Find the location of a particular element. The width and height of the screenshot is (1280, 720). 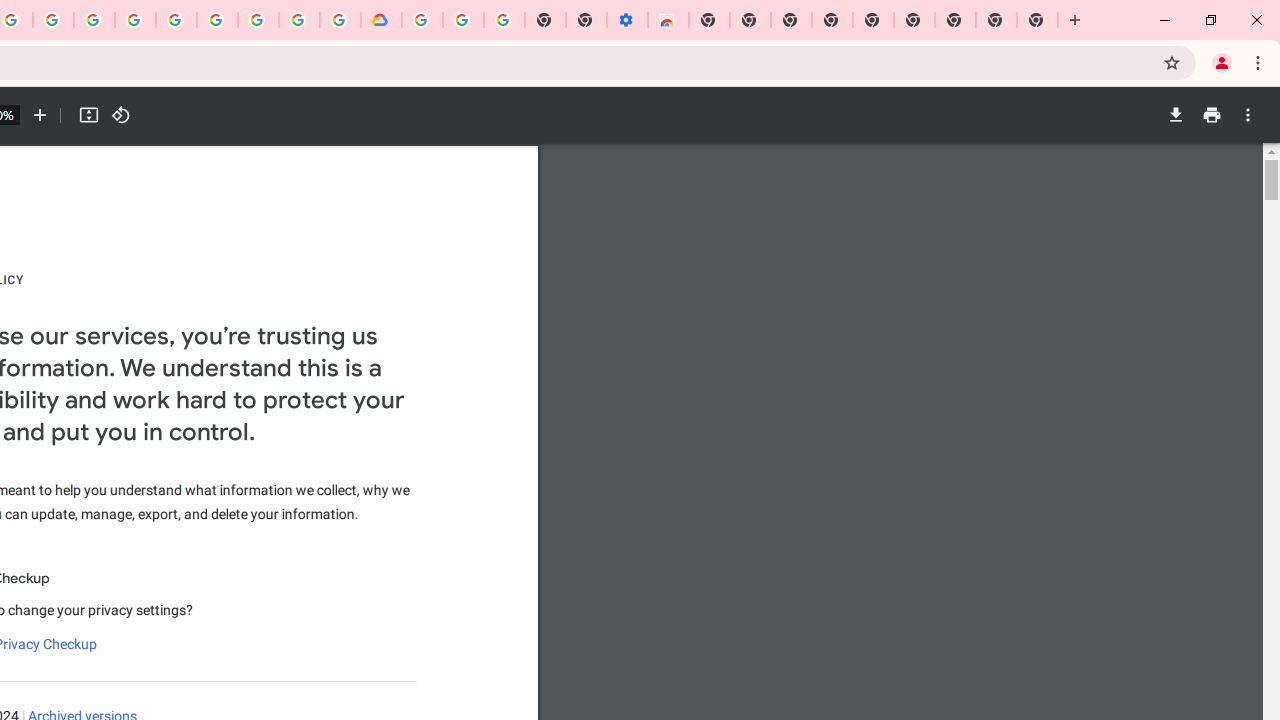

'Browse the Google Chrome Community - Google Chrome Community' is located at coordinates (340, 20).